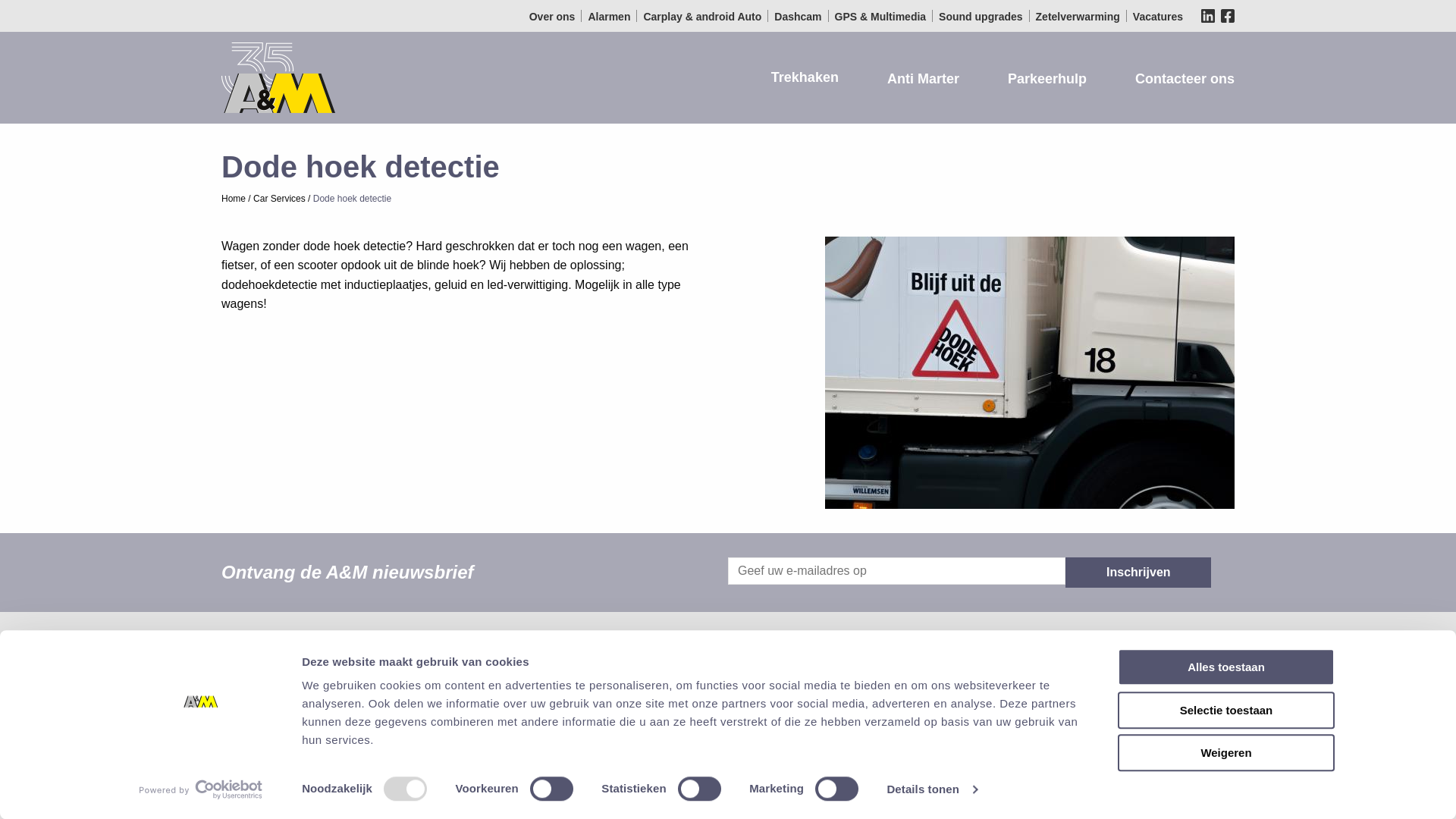 The width and height of the screenshot is (1456, 819). Describe the element at coordinates (581, 17) in the screenshot. I see `'Alarmen'` at that location.